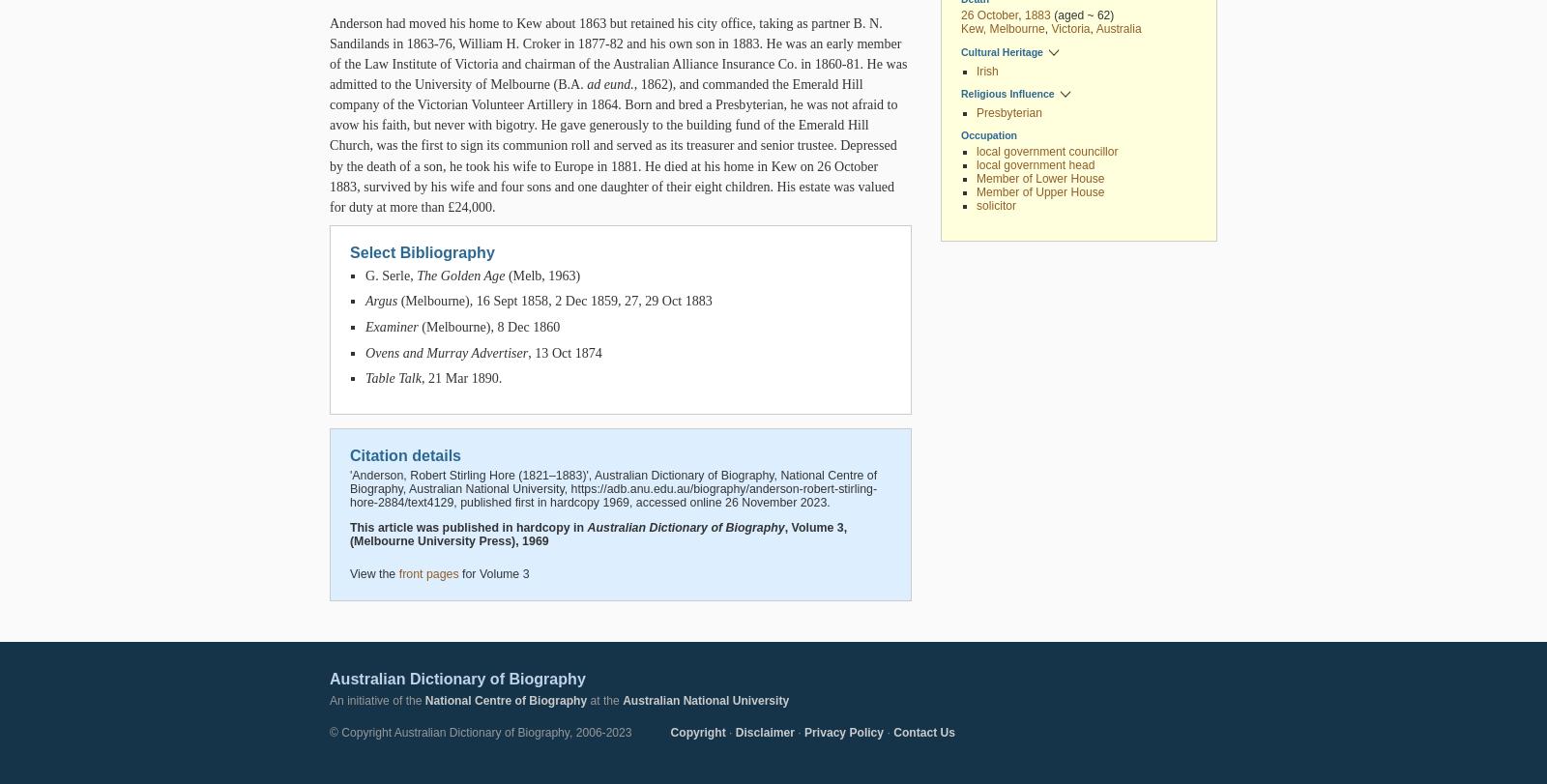 Image resolution: width=1547 pixels, height=784 pixels. Describe the element at coordinates (492, 572) in the screenshot. I see `'for Volume 3'` at that location.